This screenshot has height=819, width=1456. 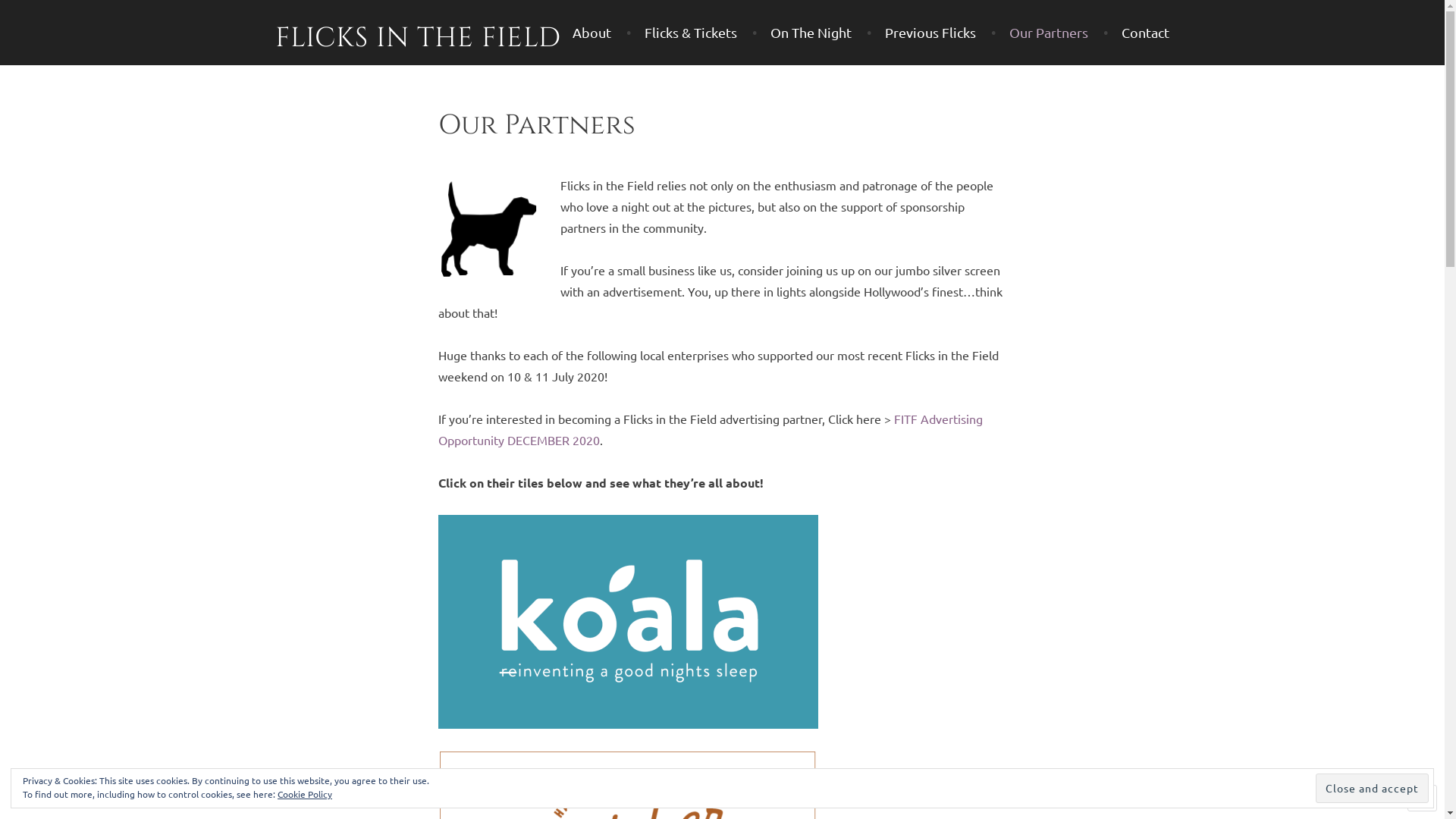 I want to click on 'Close and accept', so click(x=1314, y=787).